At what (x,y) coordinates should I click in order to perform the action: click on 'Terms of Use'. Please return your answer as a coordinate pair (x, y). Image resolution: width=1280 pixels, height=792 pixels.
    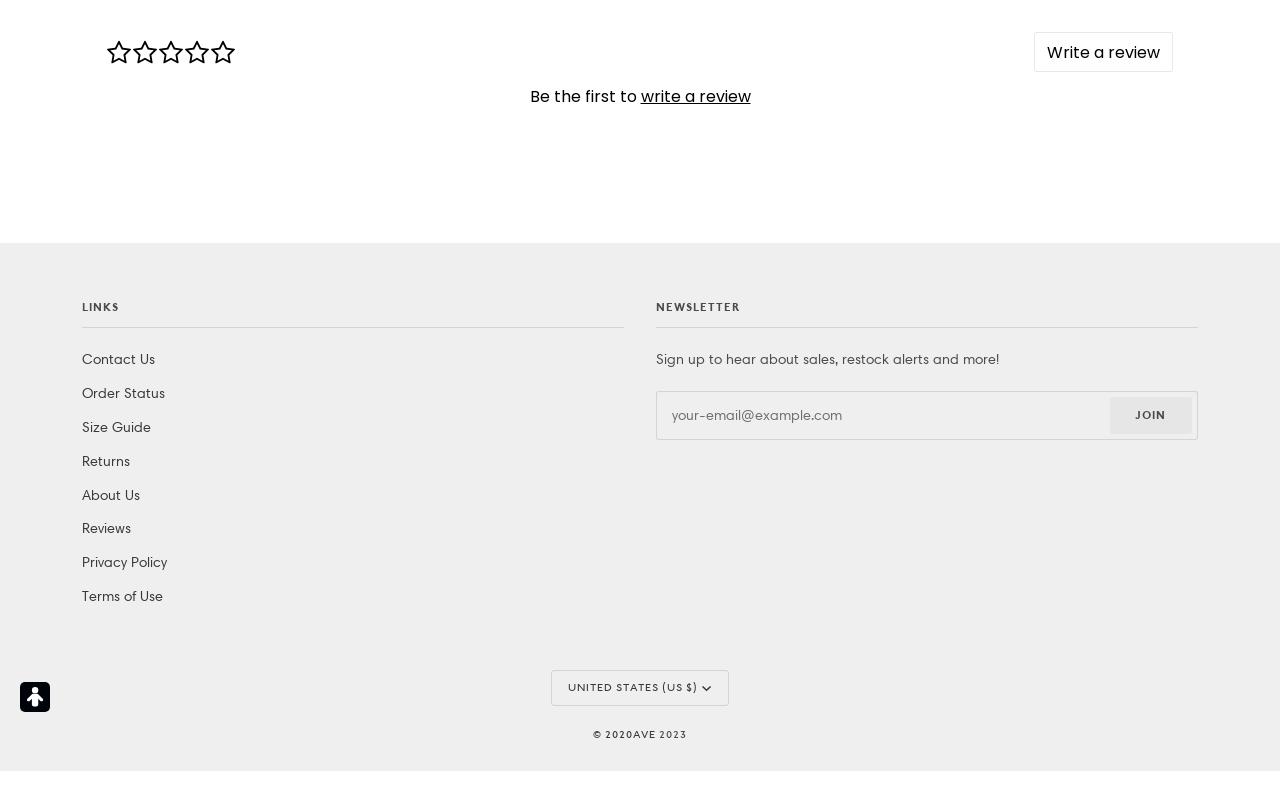
    Looking at the image, I should click on (121, 219).